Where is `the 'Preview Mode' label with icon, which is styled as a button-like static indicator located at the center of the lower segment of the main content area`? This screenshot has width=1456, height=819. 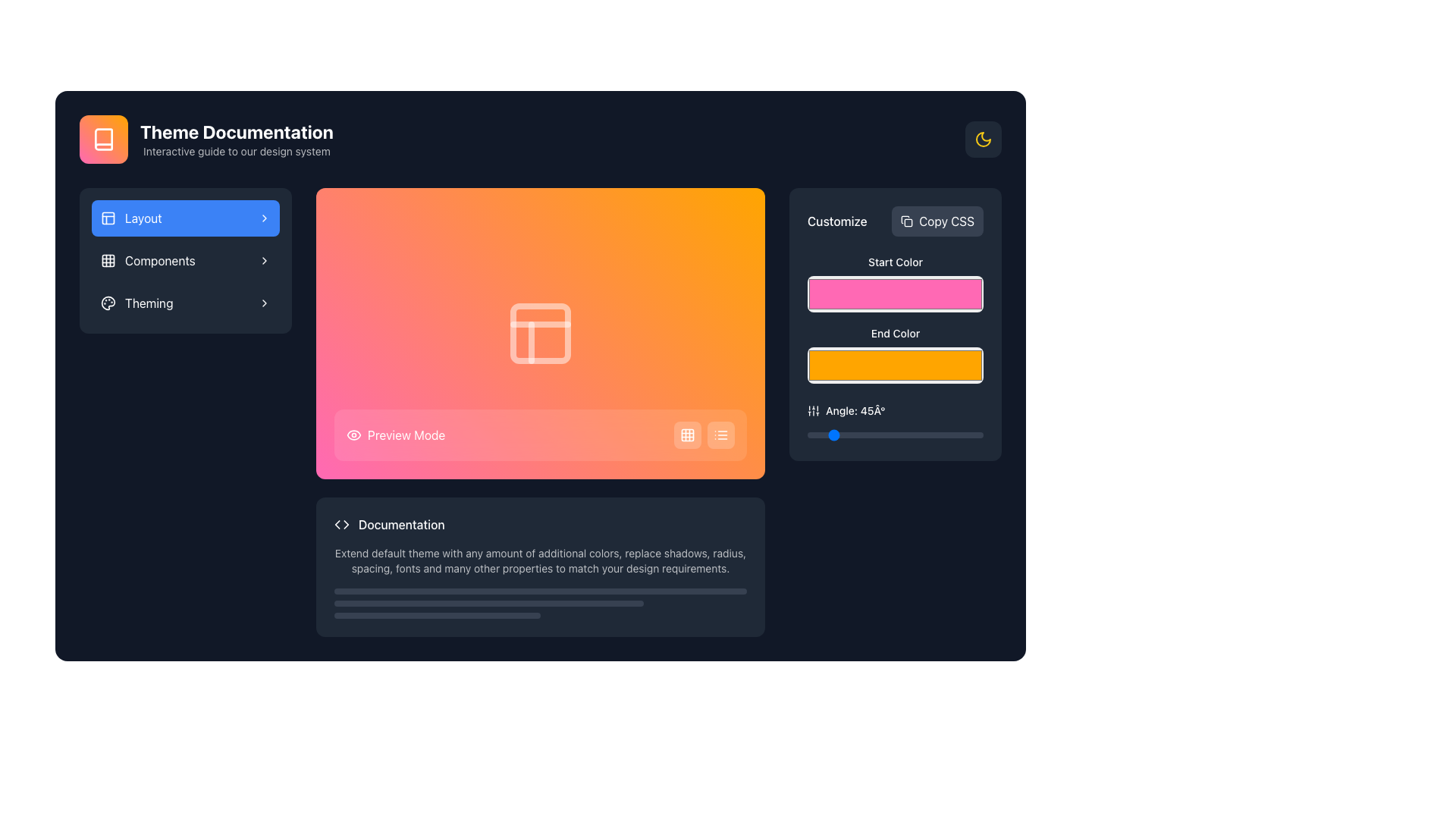
the 'Preview Mode' label with icon, which is styled as a button-like static indicator located at the center of the lower segment of the main content area is located at coordinates (396, 435).